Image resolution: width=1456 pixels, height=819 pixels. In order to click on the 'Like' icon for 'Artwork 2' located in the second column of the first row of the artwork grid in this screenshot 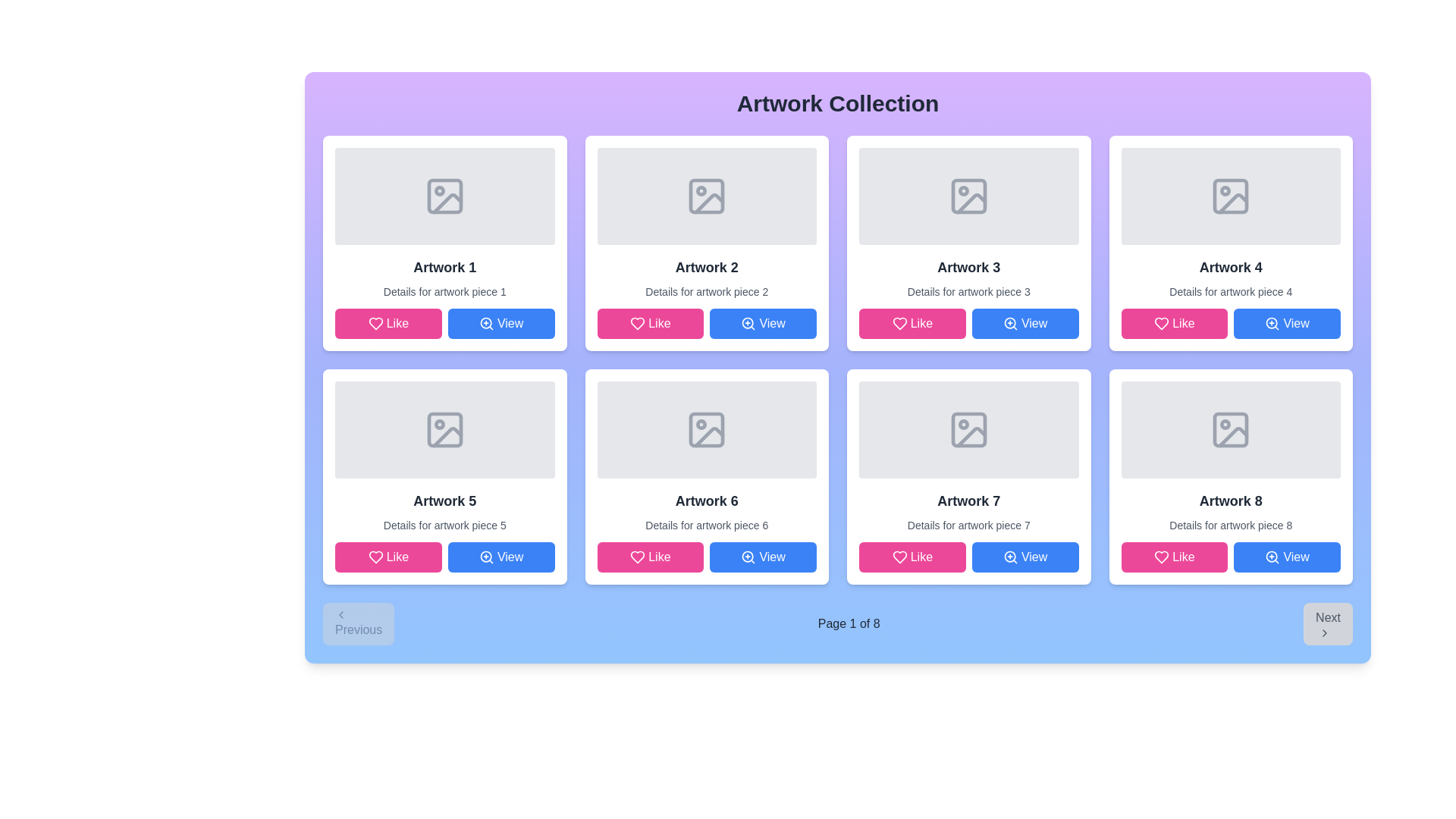, I will do `click(638, 323)`.